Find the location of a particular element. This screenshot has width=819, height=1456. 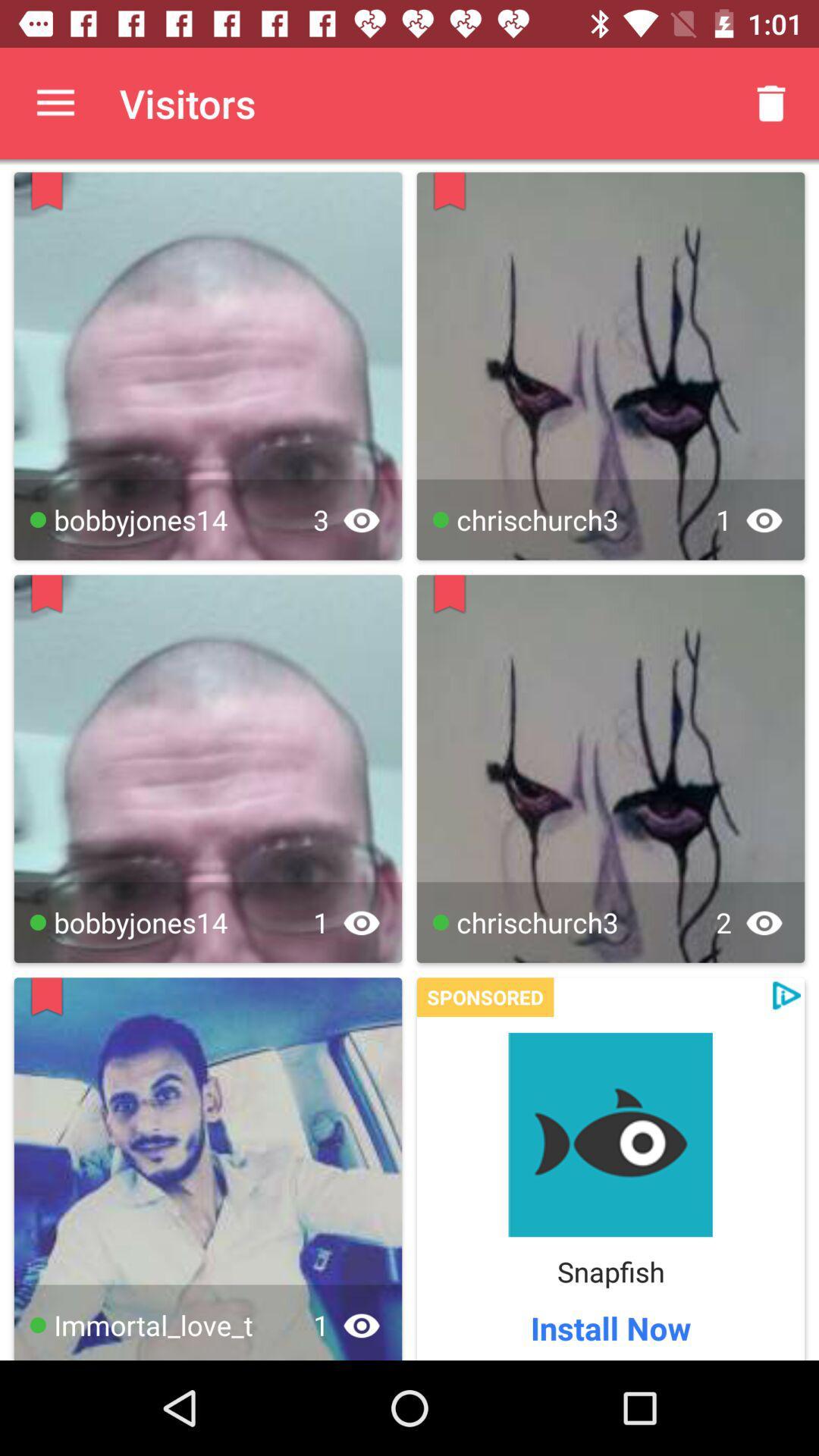

the app next to the visitors item is located at coordinates (55, 102).